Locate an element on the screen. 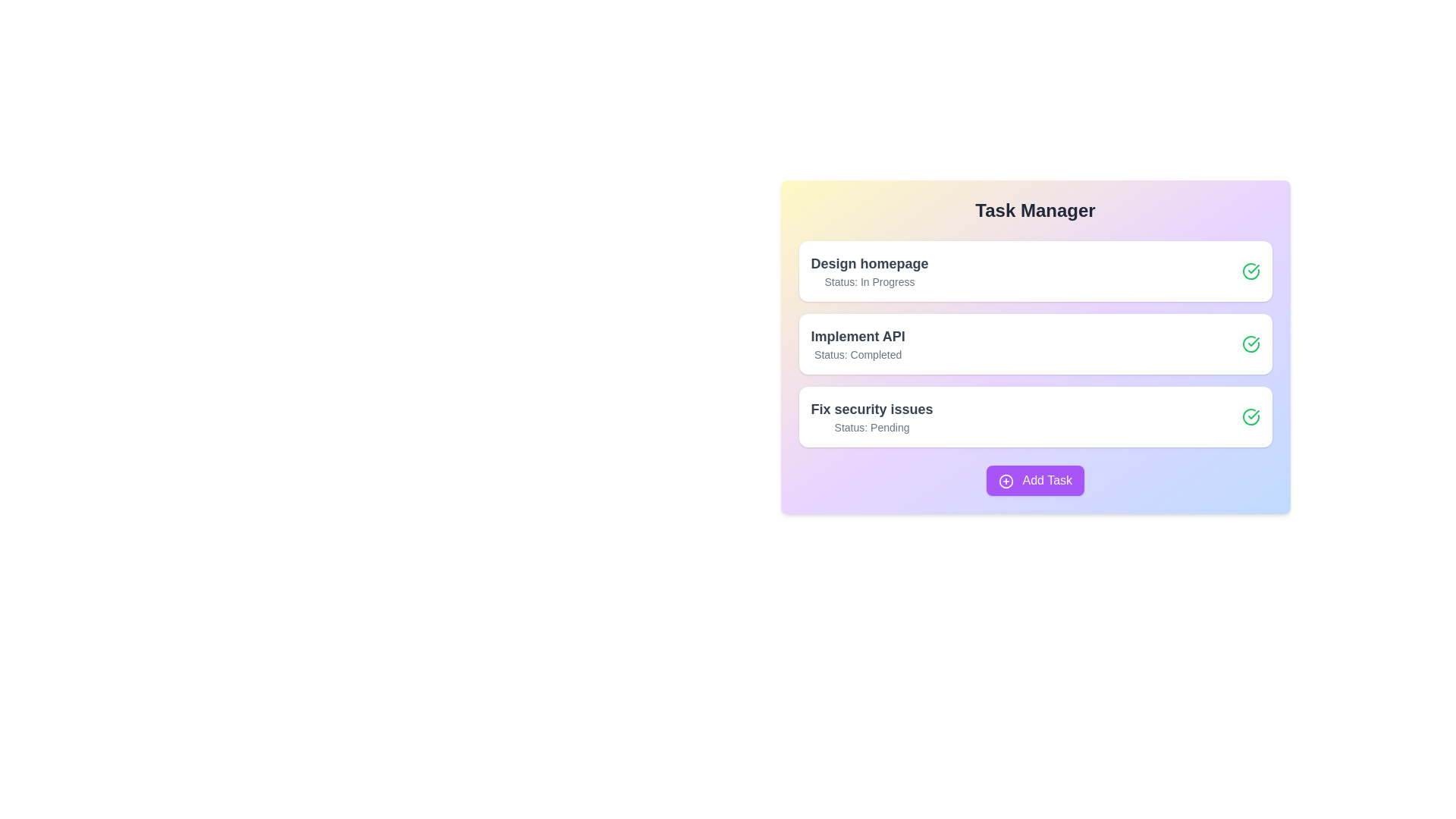 This screenshot has height=819, width=1456. the status icon of the task 'Design homepage' is located at coordinates (1250, 271).